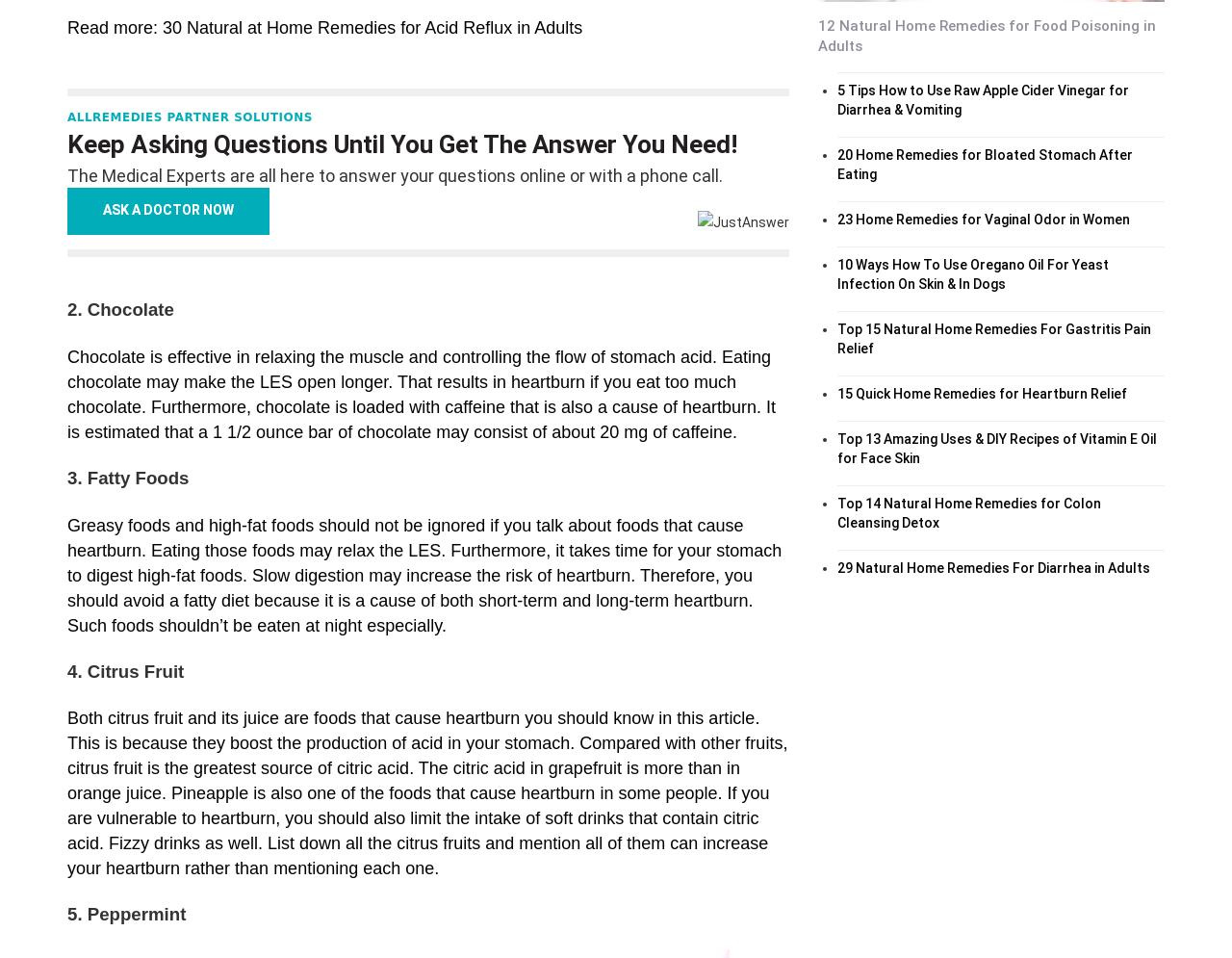  What do you see at coordinates (67, 625) in the screenshot?
I see `'Such foods shouldn’t be eaten at night especially.'` at bounding box center [67, 625].